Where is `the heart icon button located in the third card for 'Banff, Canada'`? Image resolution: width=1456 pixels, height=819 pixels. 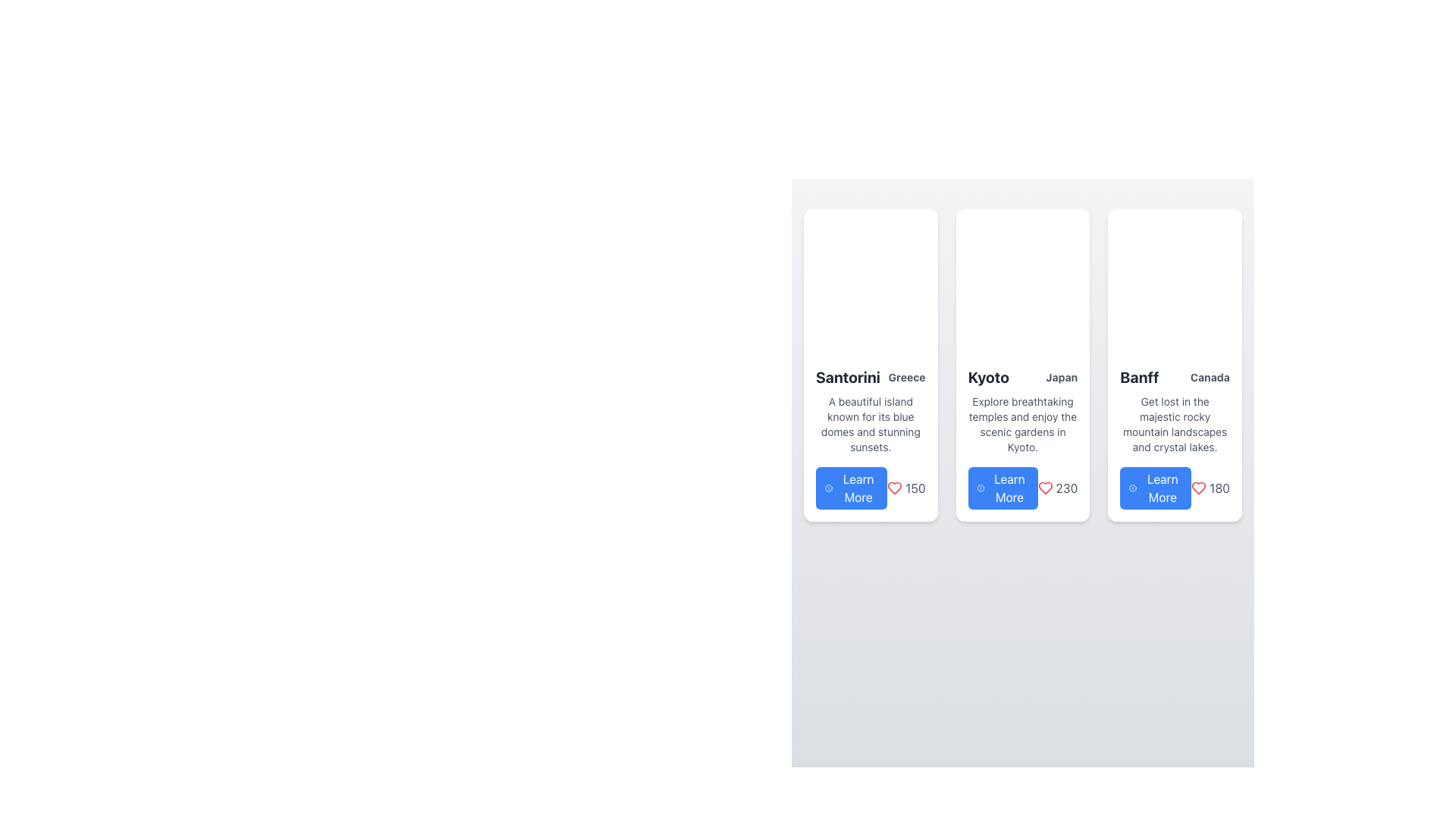 the heart icon button located in the third card for 'Banff, Canada' is located at coordinates (1198, 488).